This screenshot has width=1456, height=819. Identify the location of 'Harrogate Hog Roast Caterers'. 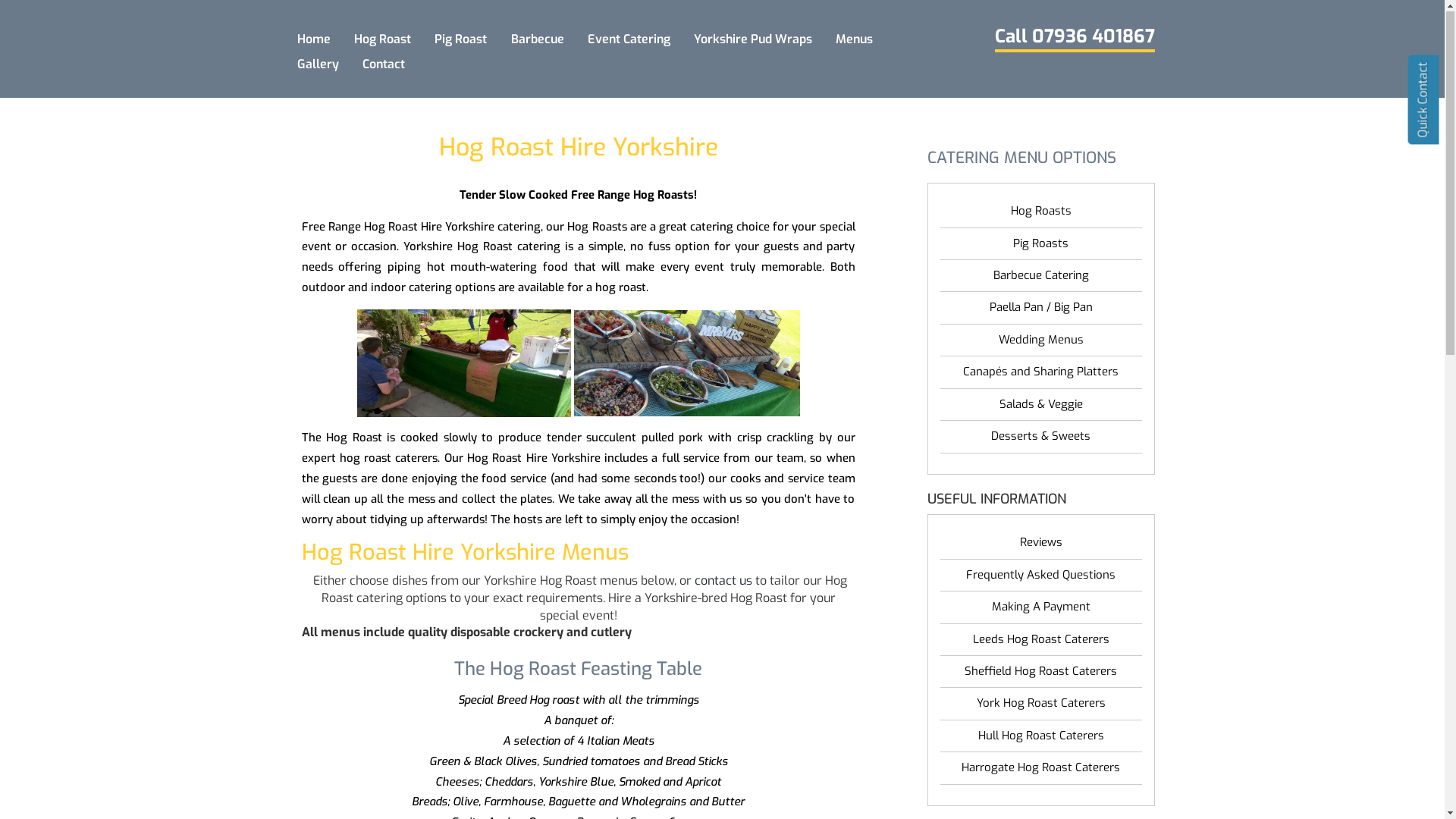
(939, 768).